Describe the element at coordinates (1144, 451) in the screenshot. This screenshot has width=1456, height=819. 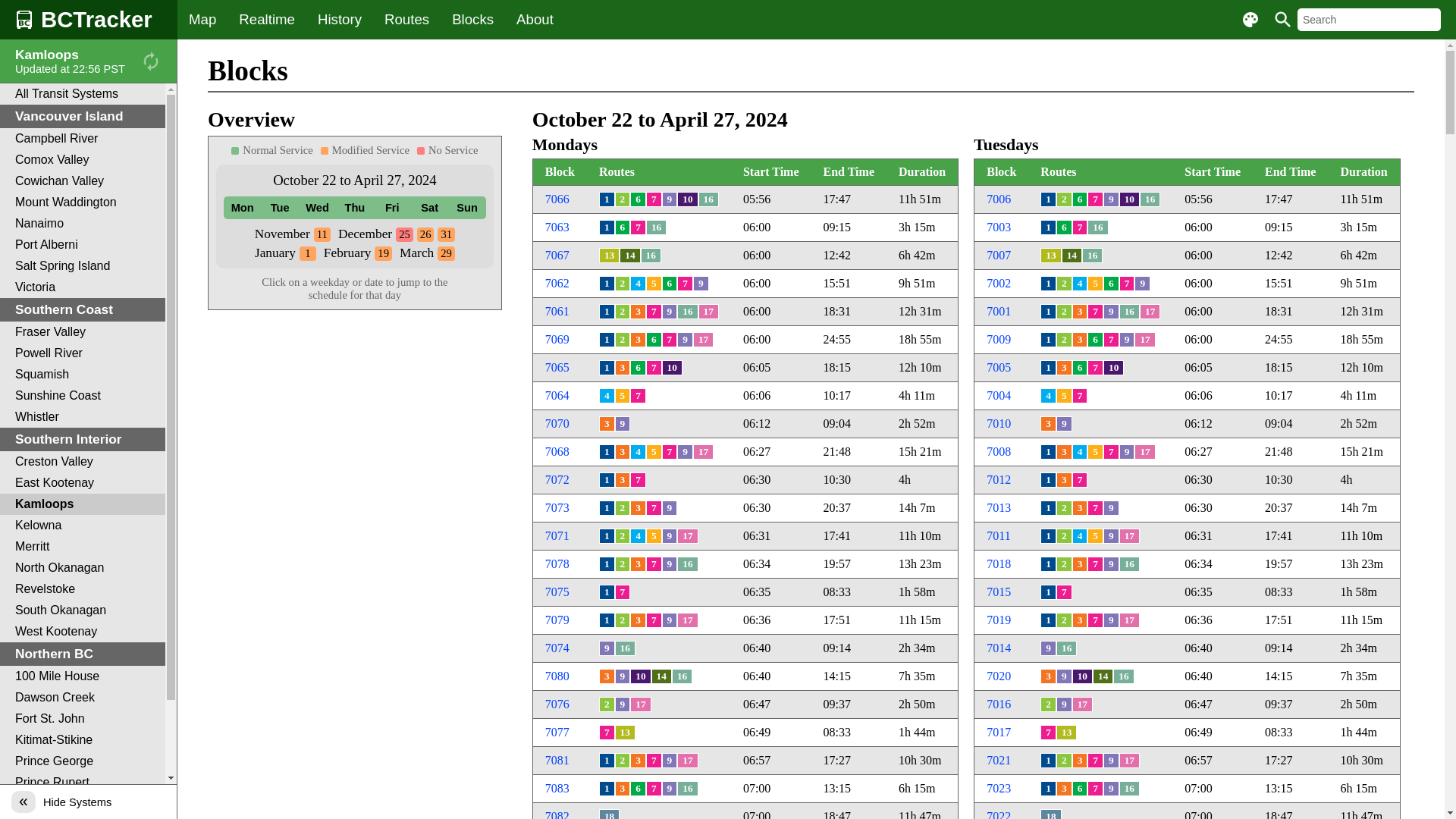
I see `'17'` at that location.